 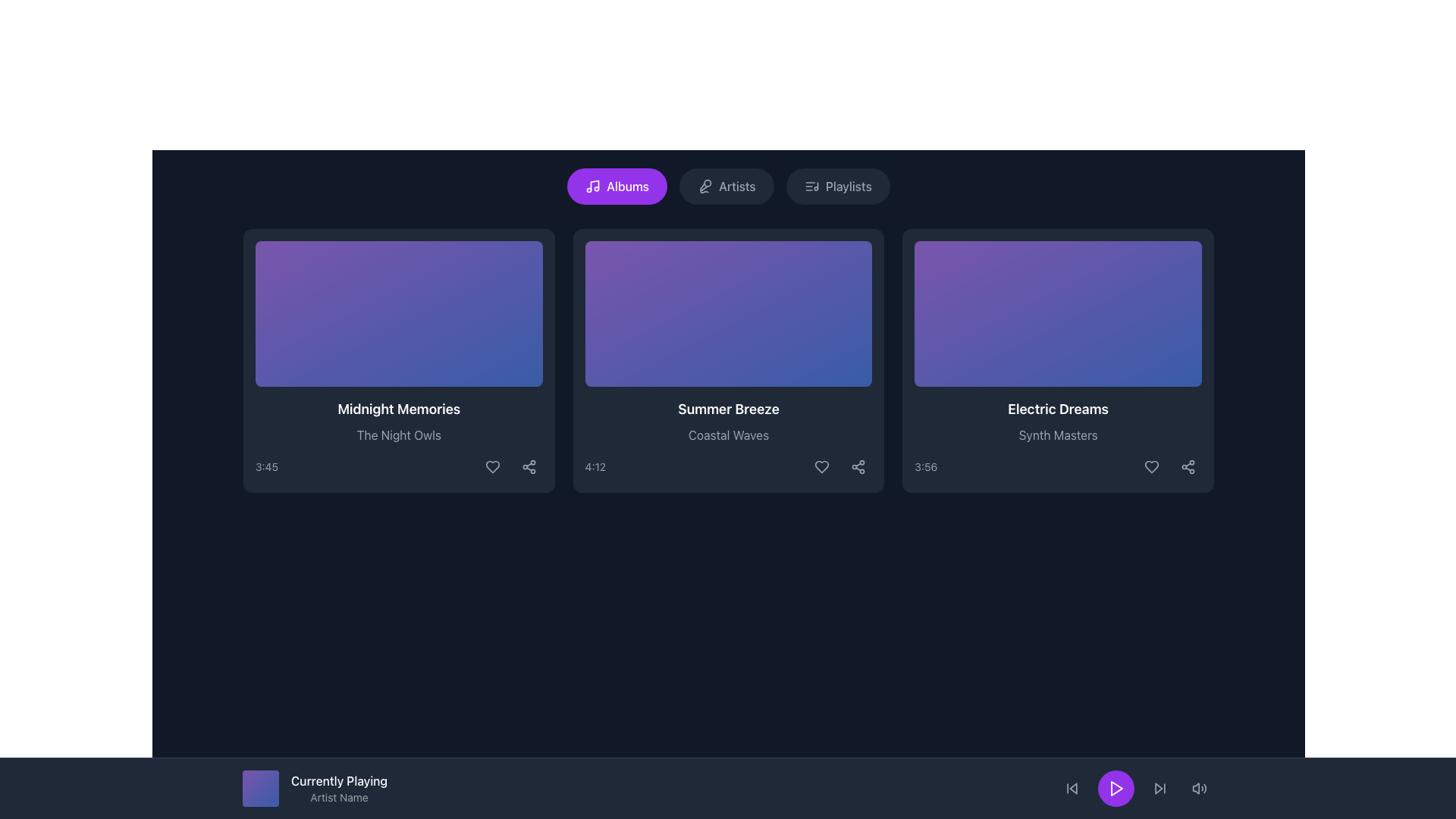 I want to click on the non-interactive label indicating that the audio or media content is actively playing, located on the footer bar above the 'Artist Name' text, so click(x=338, y=780).